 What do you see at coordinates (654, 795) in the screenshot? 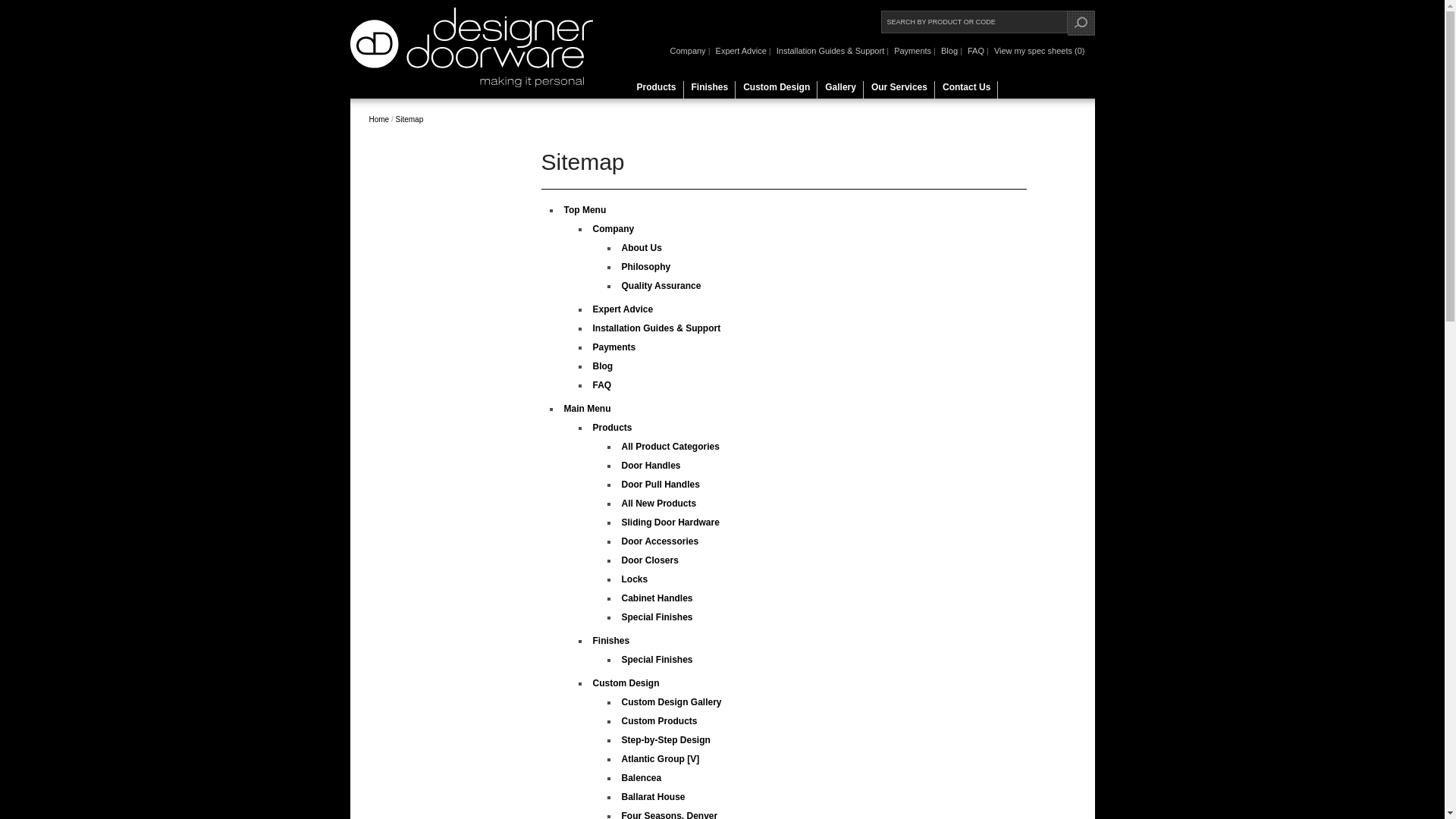
I see `'Ballarat House'` at bounding box center [654, 795].